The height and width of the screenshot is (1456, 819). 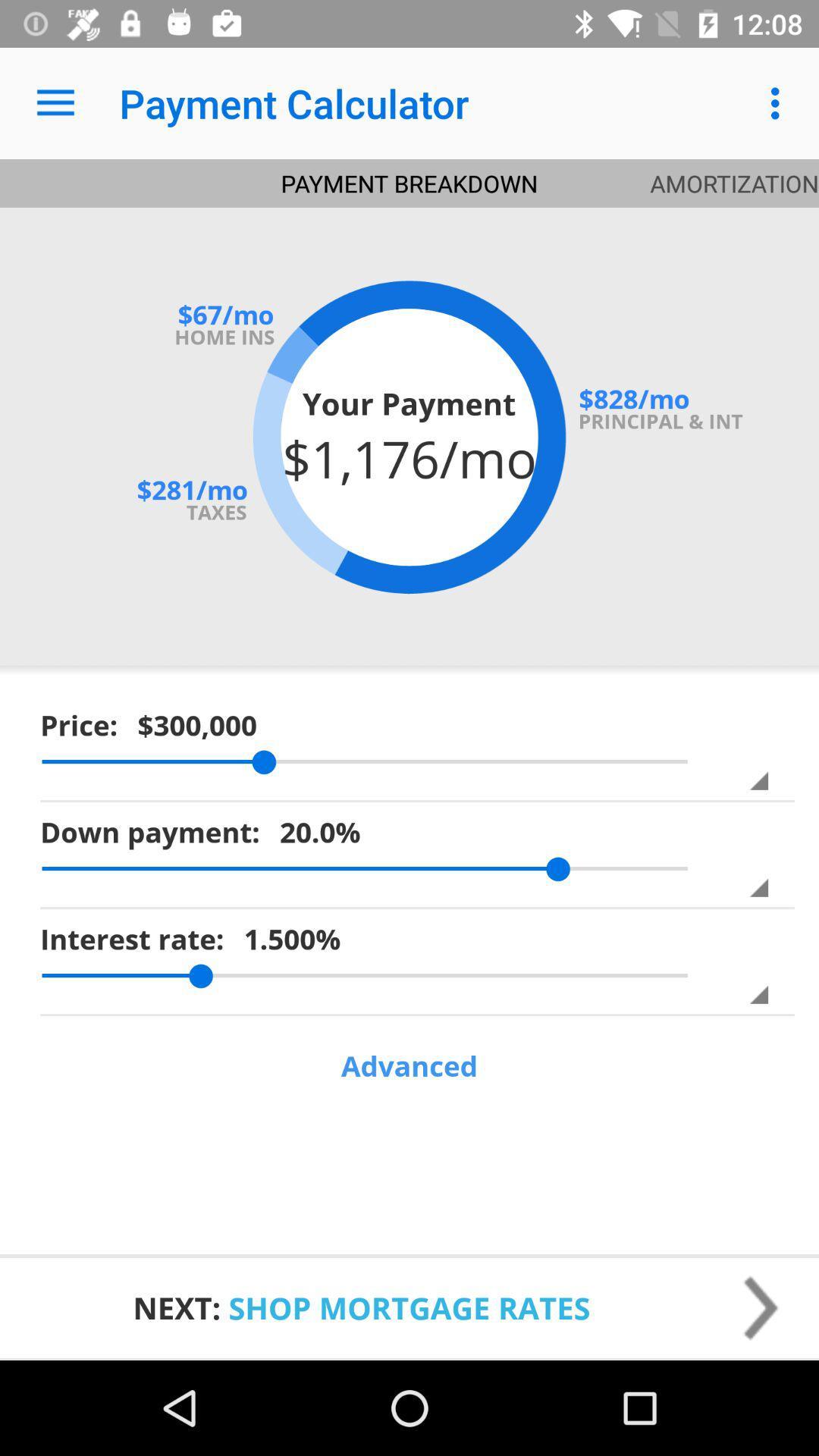 I want to click on icon to the left of the payment calculator, so click(x=55, y=102).